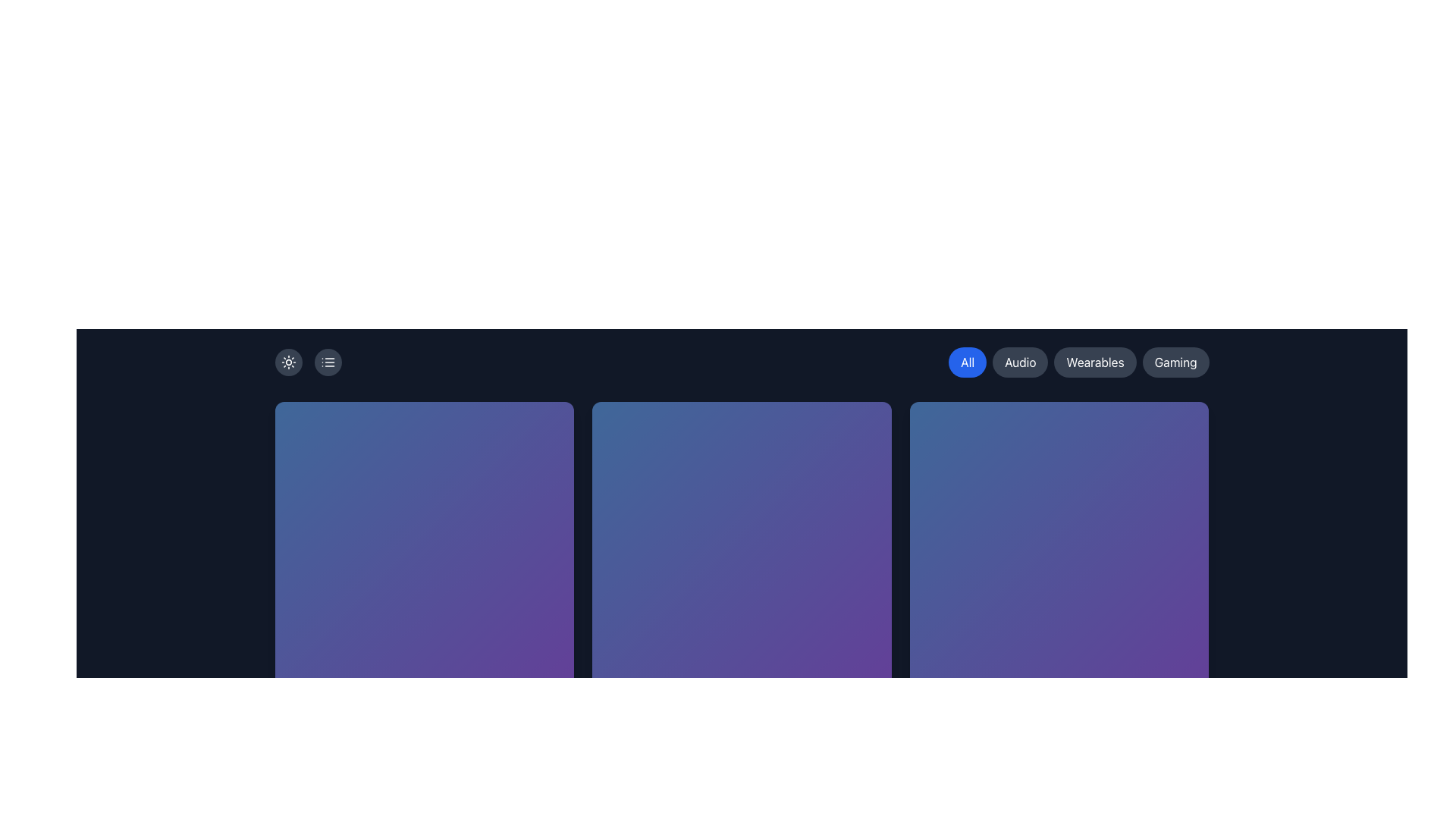 This screenshot has height=819, width=1456. I want to click on the button labeled 'Wearables', so click(1095, 362).